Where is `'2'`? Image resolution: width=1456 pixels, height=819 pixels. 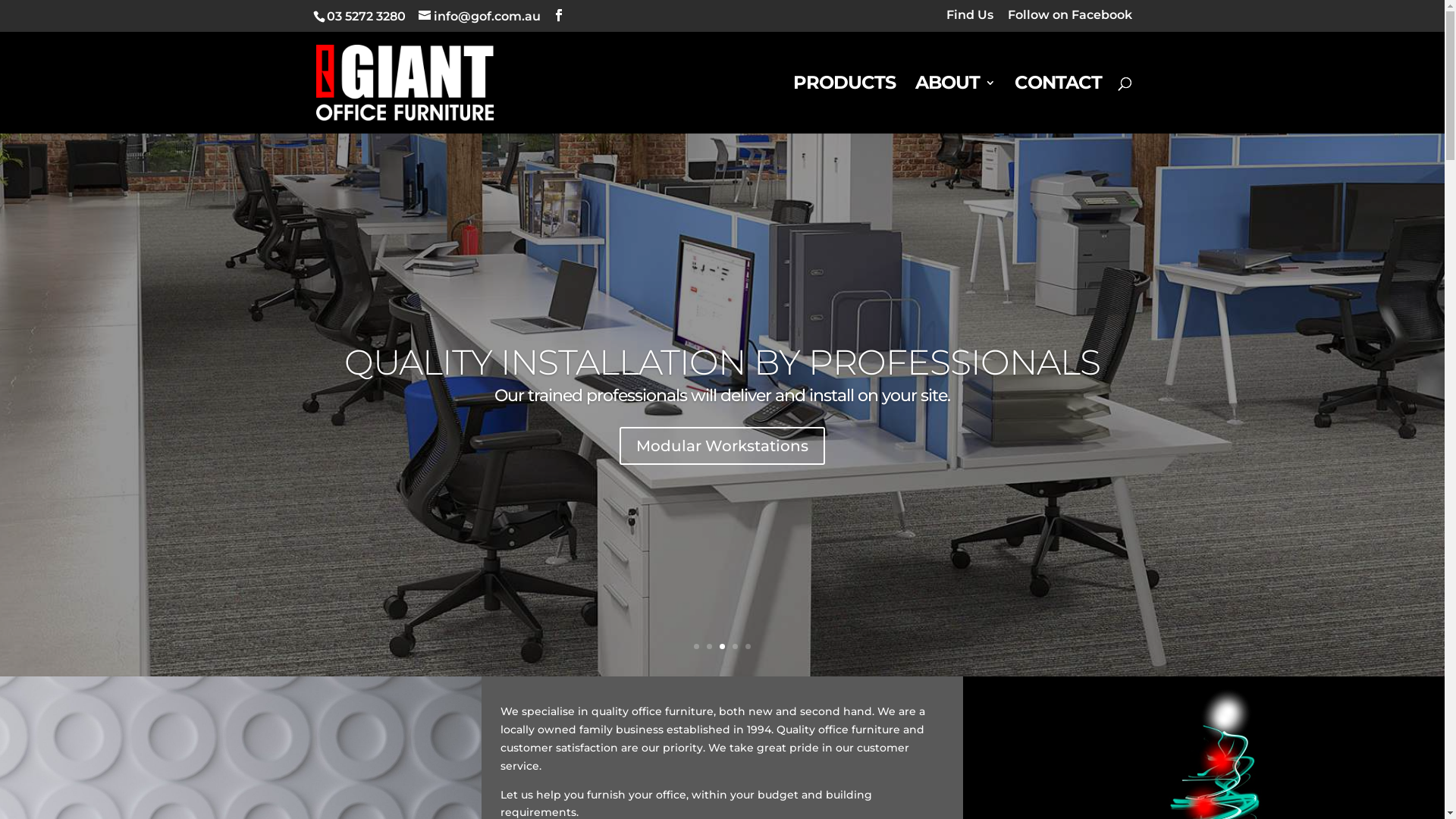
'2' is located at coordinates (705, 646).